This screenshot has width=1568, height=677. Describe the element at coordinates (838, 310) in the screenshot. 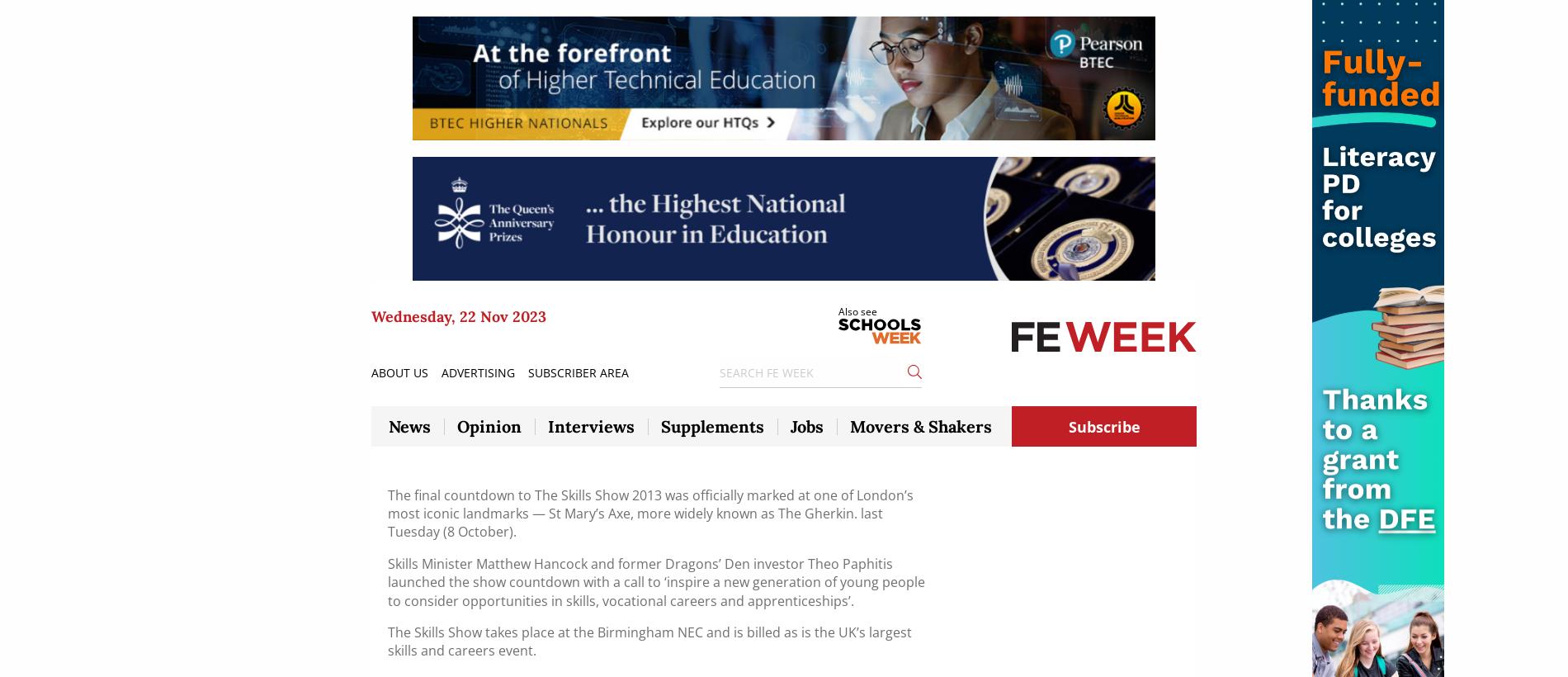

I see `'Also see'` at that location.